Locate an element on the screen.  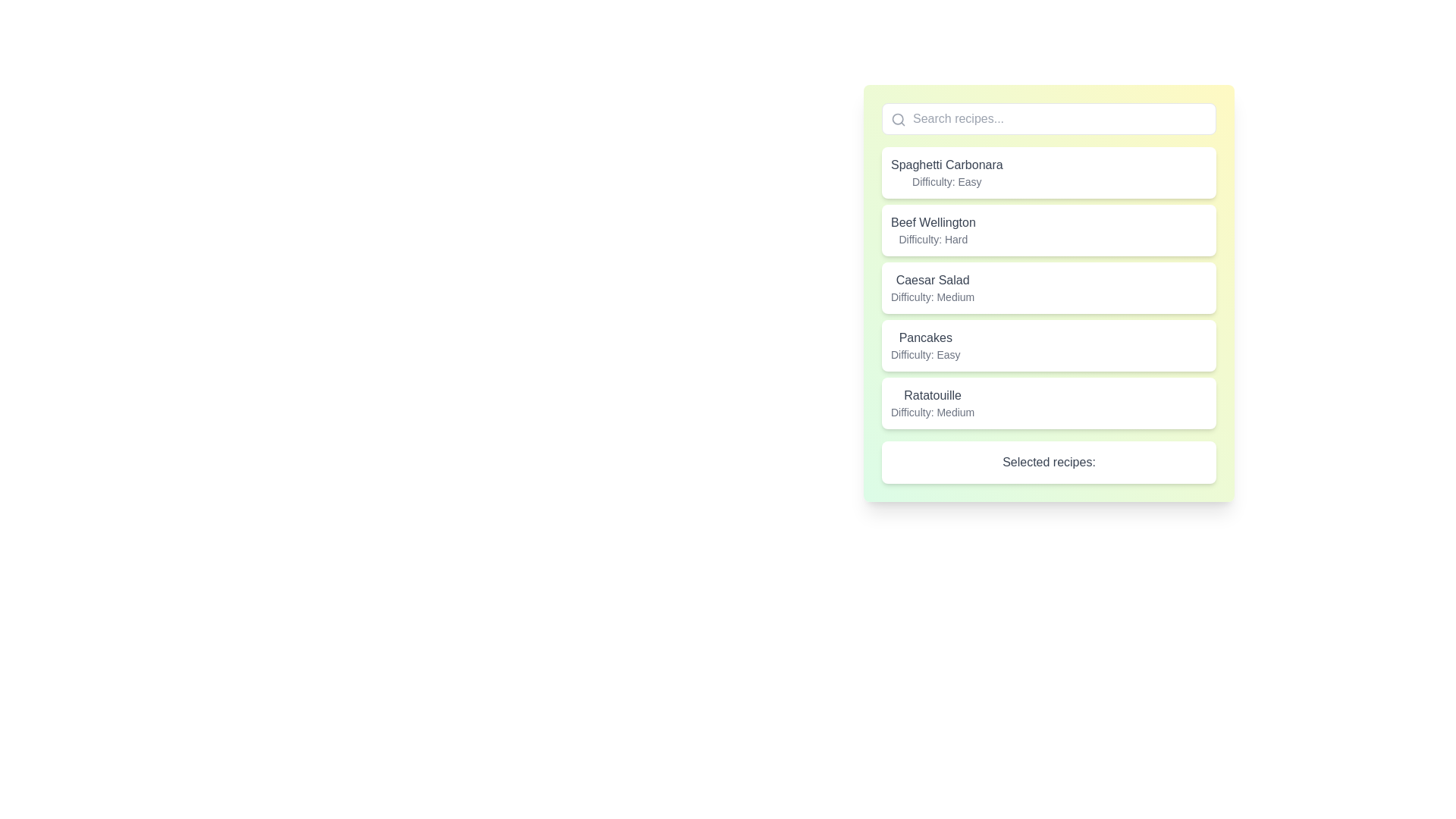
the text label displaying 'Pancakes', which is part of a recipe entry in the main content section, located above the difficulty indicator and below 'Caesar Salad' is located at coordinates (924, 337).